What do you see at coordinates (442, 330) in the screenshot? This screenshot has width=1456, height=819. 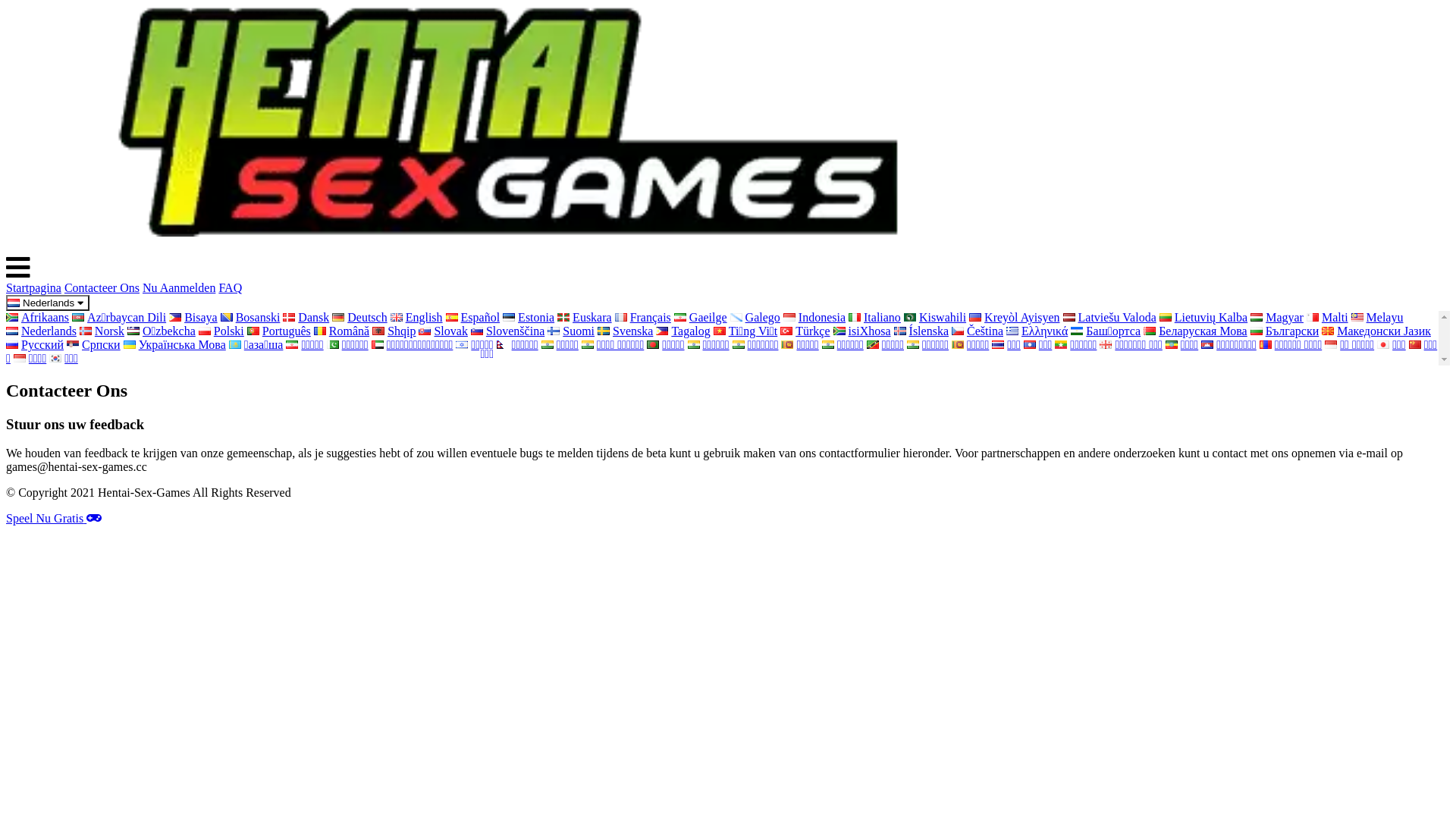 I see `'Slovak'` at bounding box center [442, 330].